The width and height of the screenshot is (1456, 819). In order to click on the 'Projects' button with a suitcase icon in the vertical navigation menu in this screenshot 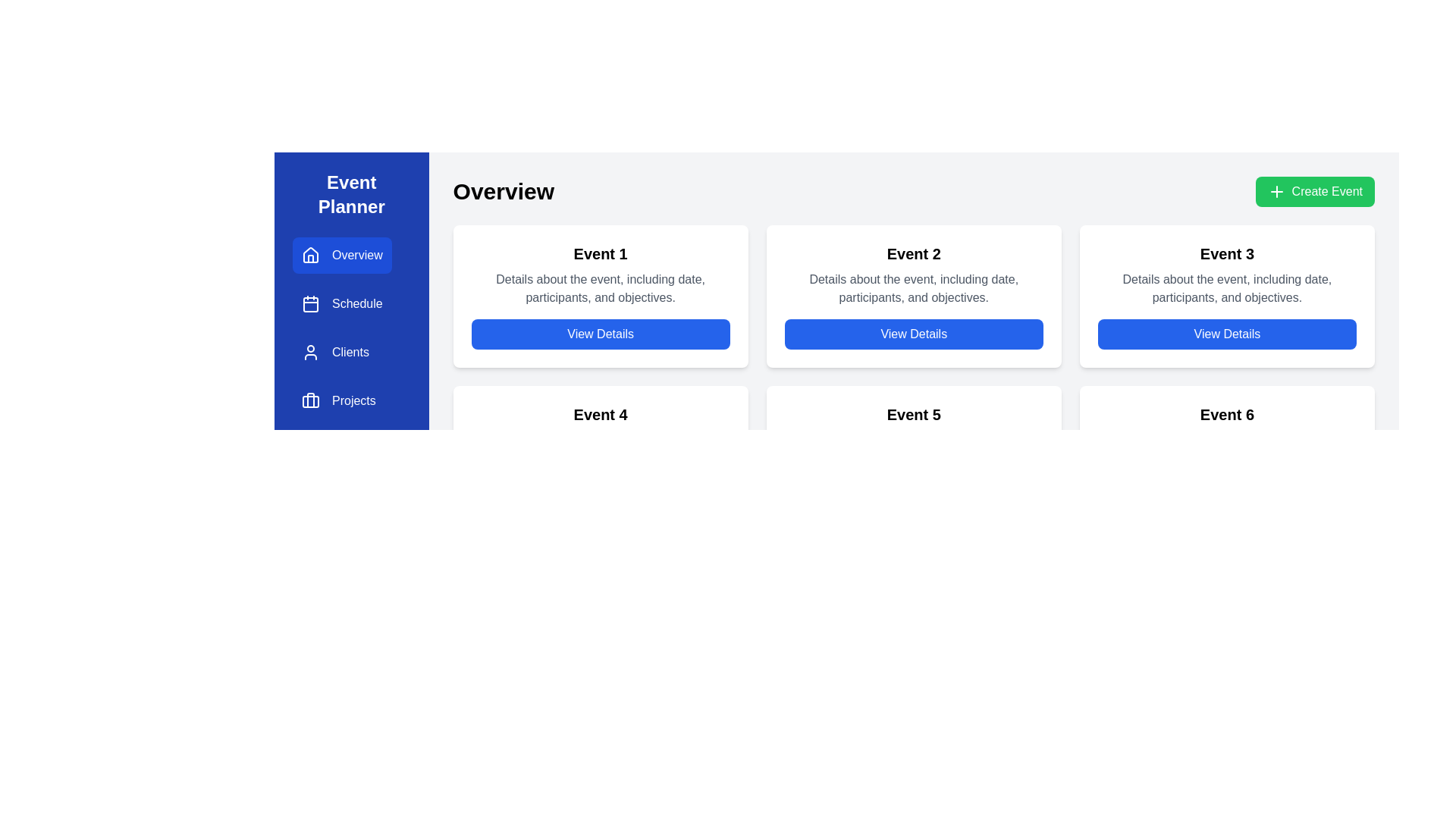, I will do `click(341, 400)`.